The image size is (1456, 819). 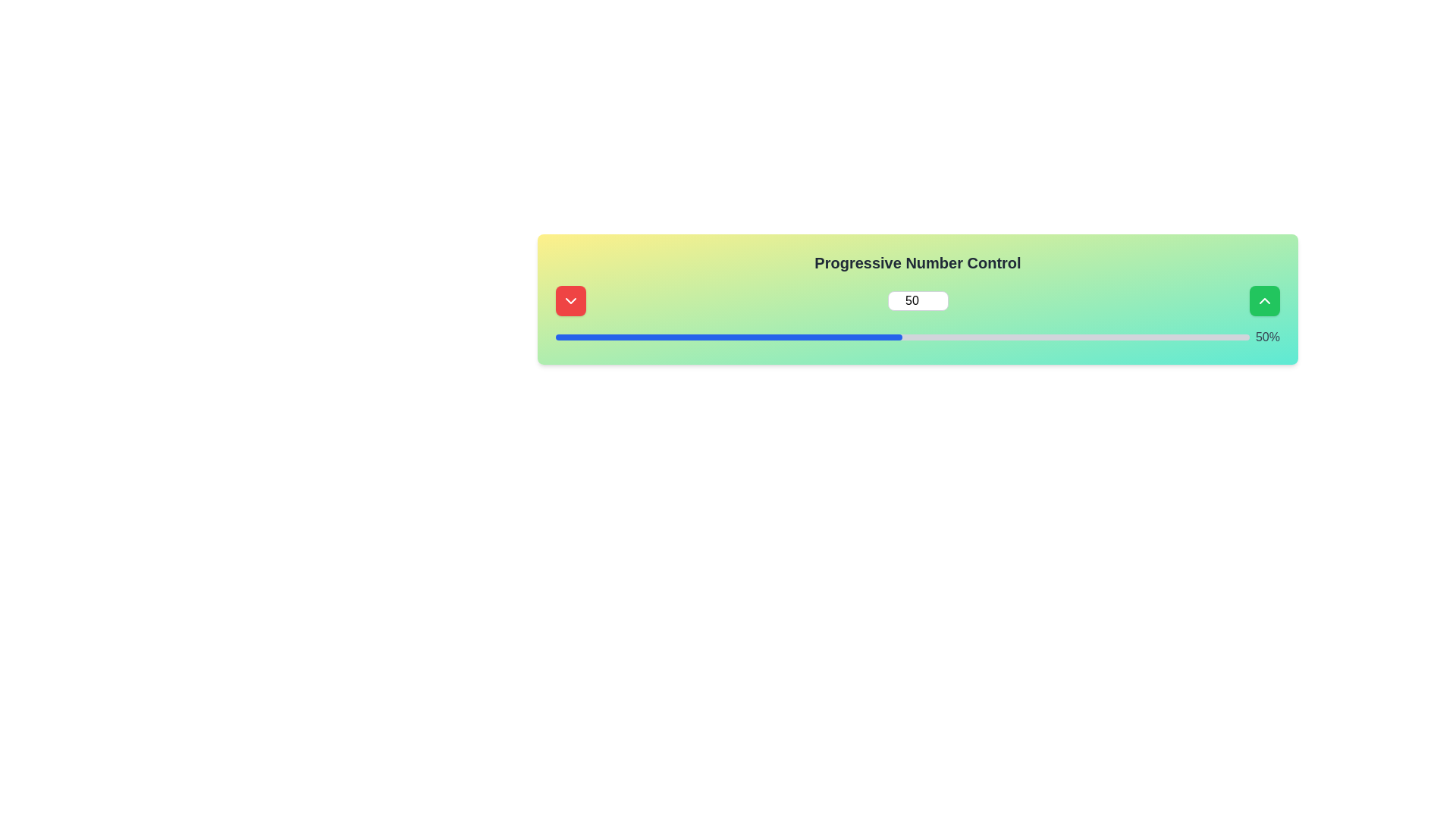 What do you see at coordinates (829, 336) in the screenshot?
I see `the slider value` at bounding box center [829, 336].